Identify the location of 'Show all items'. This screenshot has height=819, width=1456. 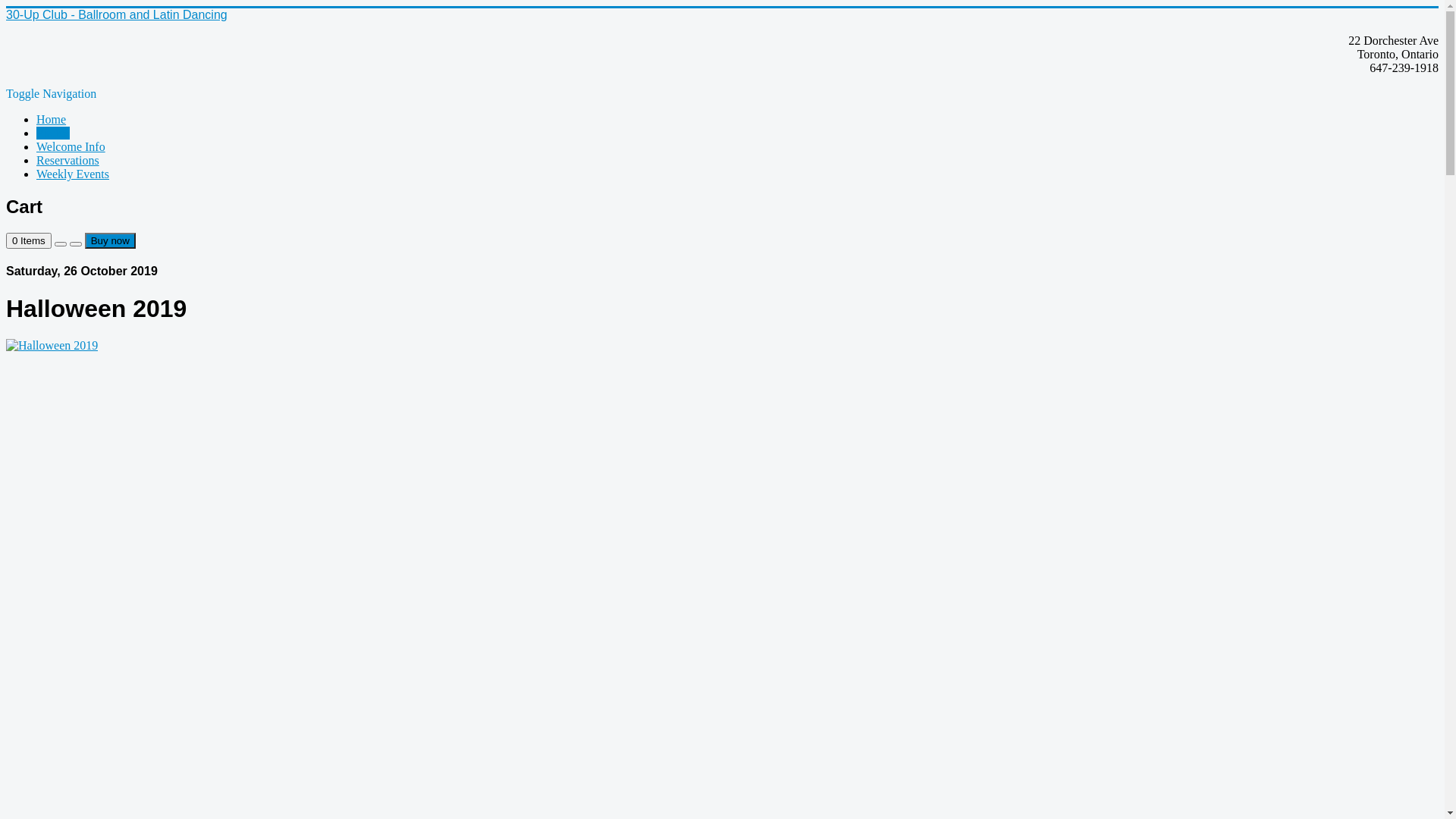
(61, 243).